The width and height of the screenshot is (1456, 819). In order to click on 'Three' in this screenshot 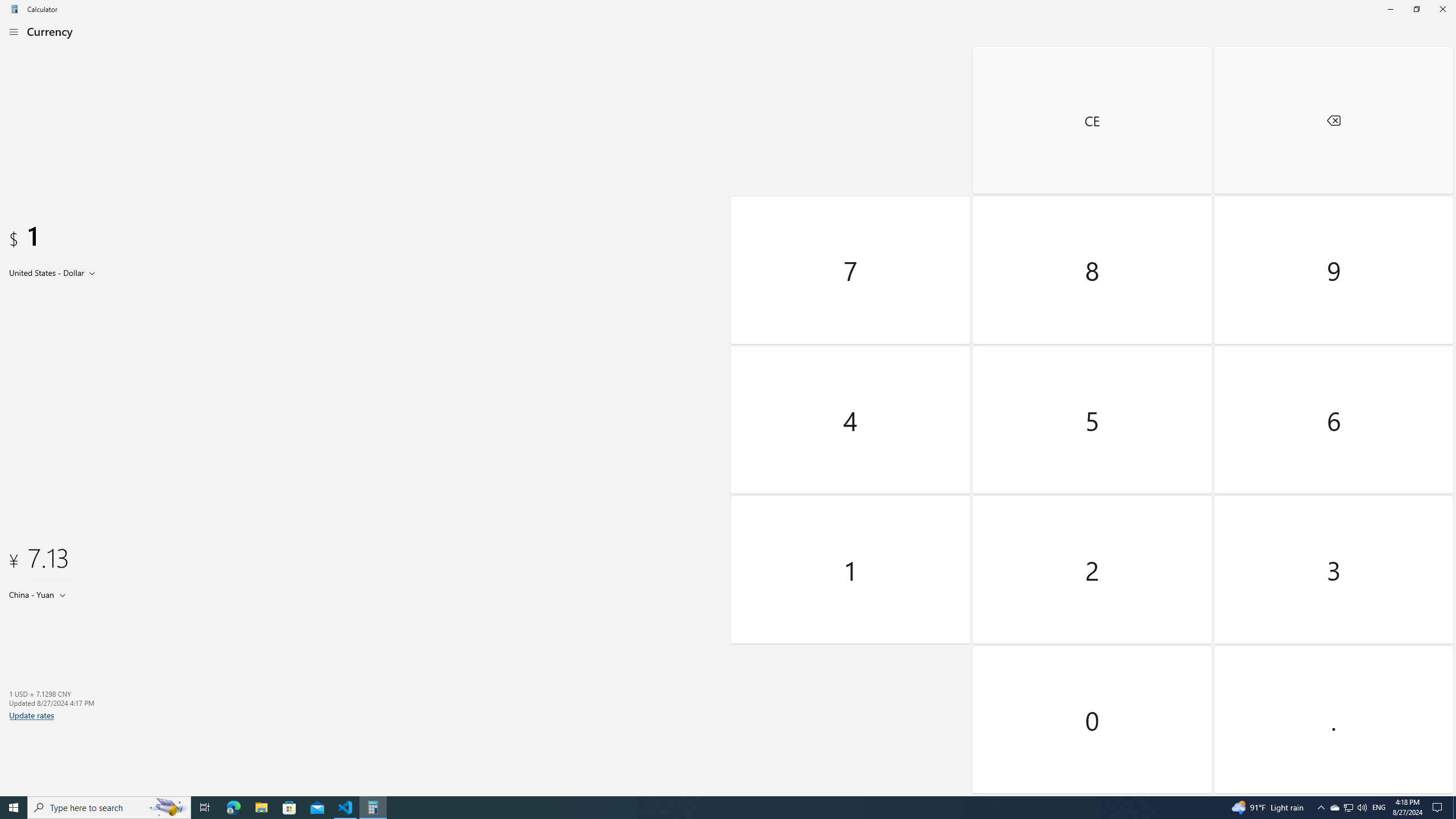, I will do `click(1333, 570)`.